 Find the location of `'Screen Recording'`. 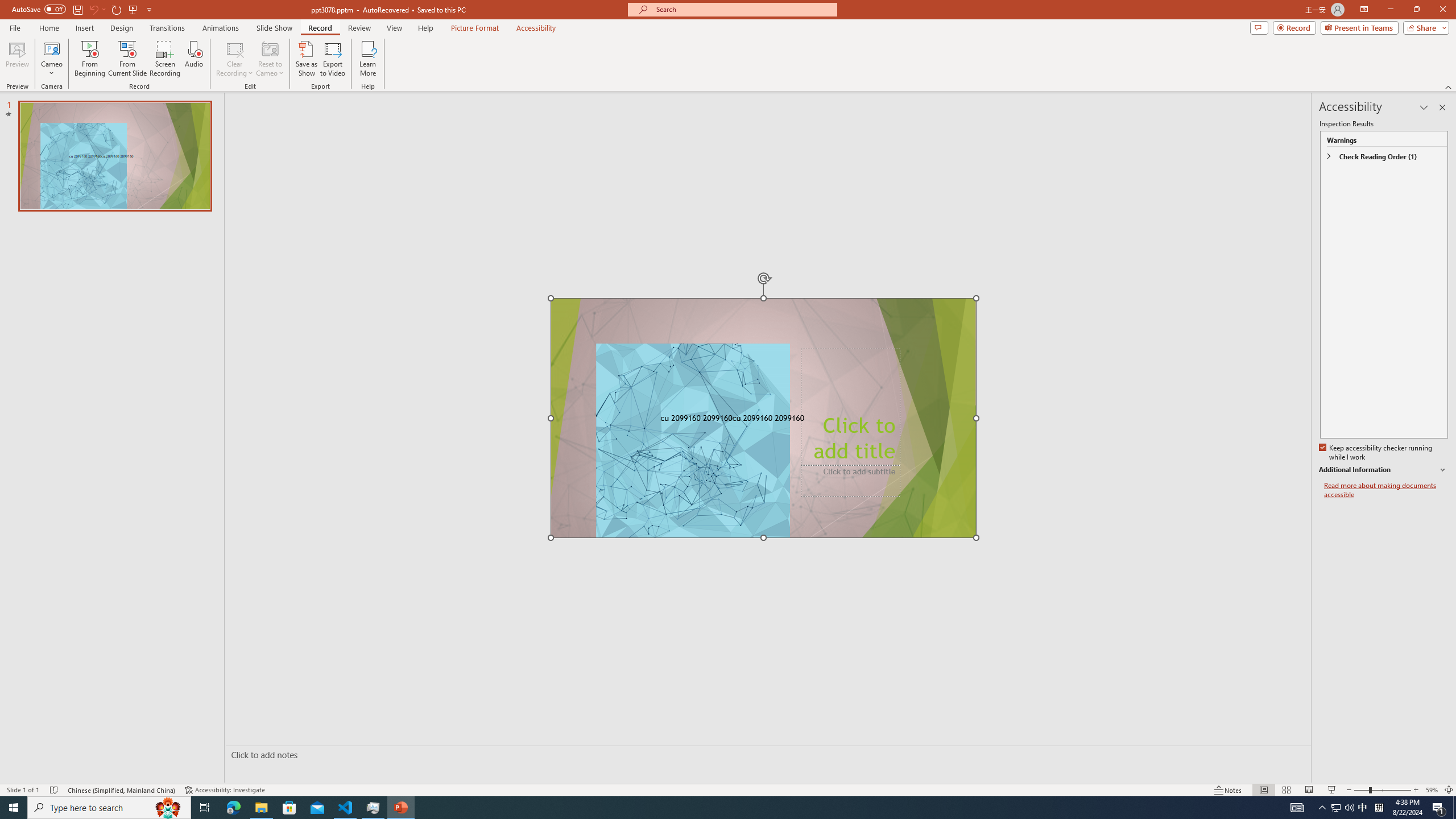

'Screen Recording' is located at coordinates (164, 59).